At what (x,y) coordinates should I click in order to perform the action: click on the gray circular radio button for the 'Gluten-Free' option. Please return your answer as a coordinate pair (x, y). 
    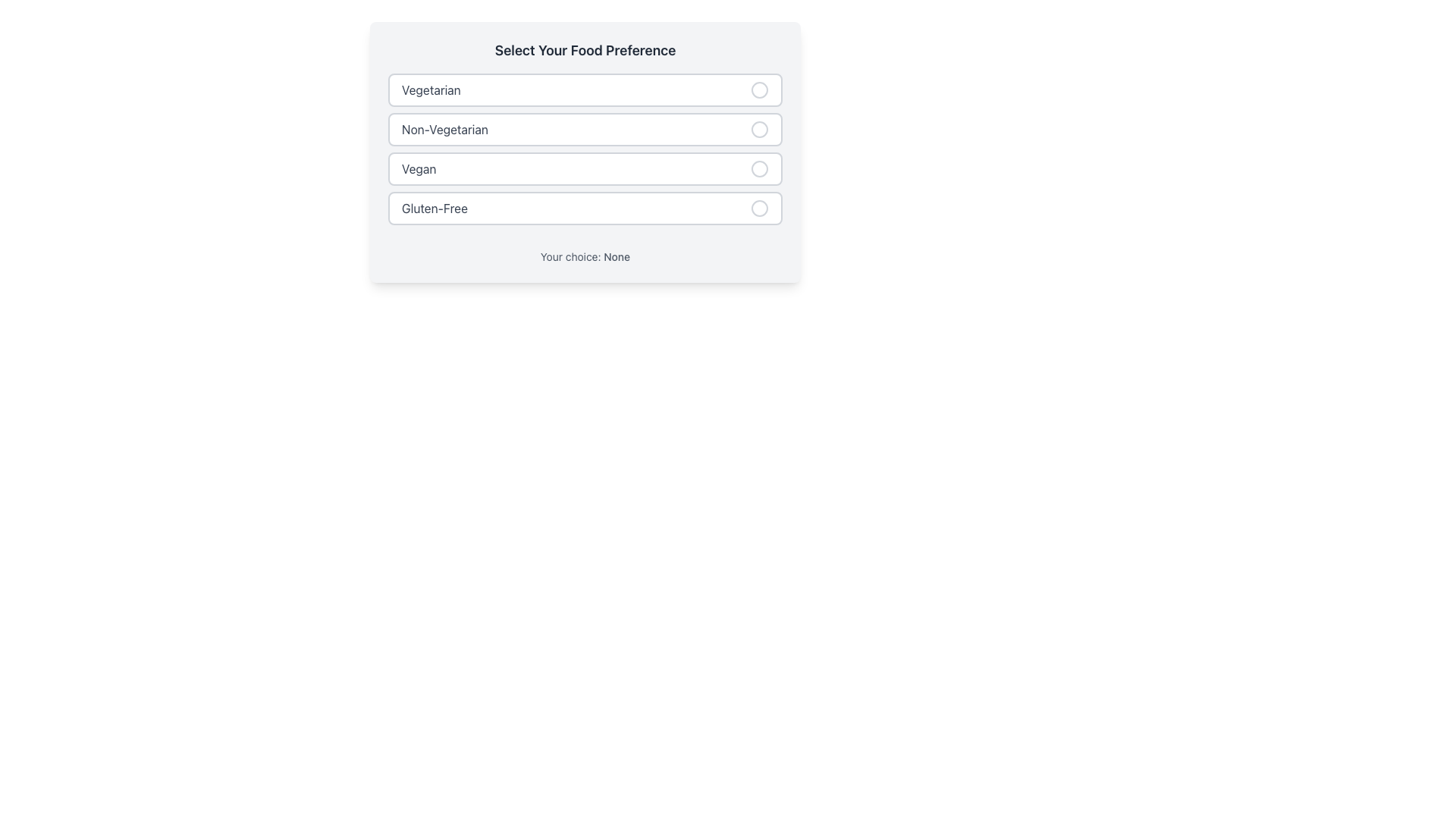
    Looking at the image, I should click on (760, 208).